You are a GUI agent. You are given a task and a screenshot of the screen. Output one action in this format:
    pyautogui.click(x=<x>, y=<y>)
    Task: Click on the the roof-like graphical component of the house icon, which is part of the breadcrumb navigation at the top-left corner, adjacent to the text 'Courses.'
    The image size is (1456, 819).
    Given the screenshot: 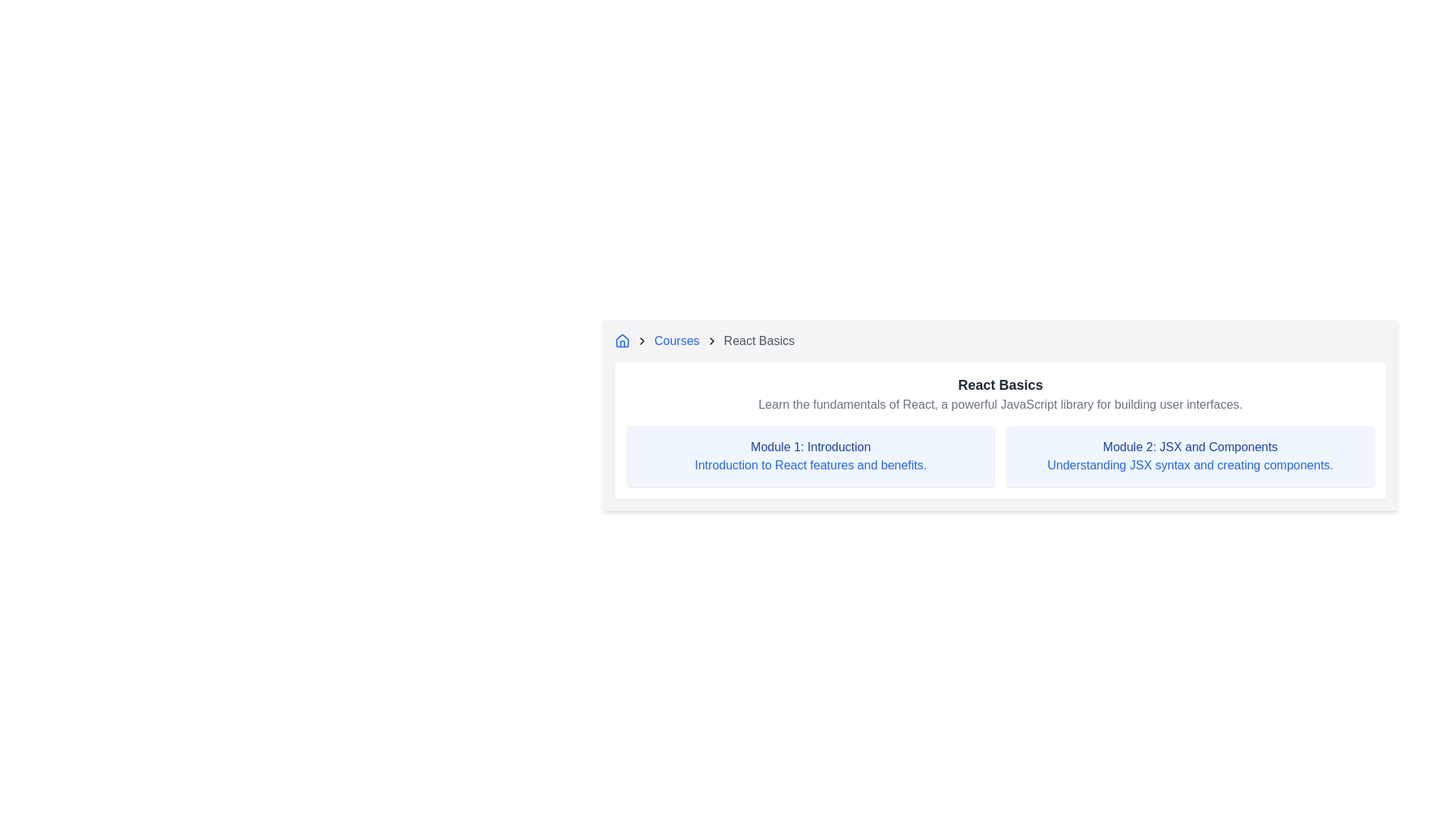 What is the action you would take?
    pyautogui.click(x=622, y=339)
    